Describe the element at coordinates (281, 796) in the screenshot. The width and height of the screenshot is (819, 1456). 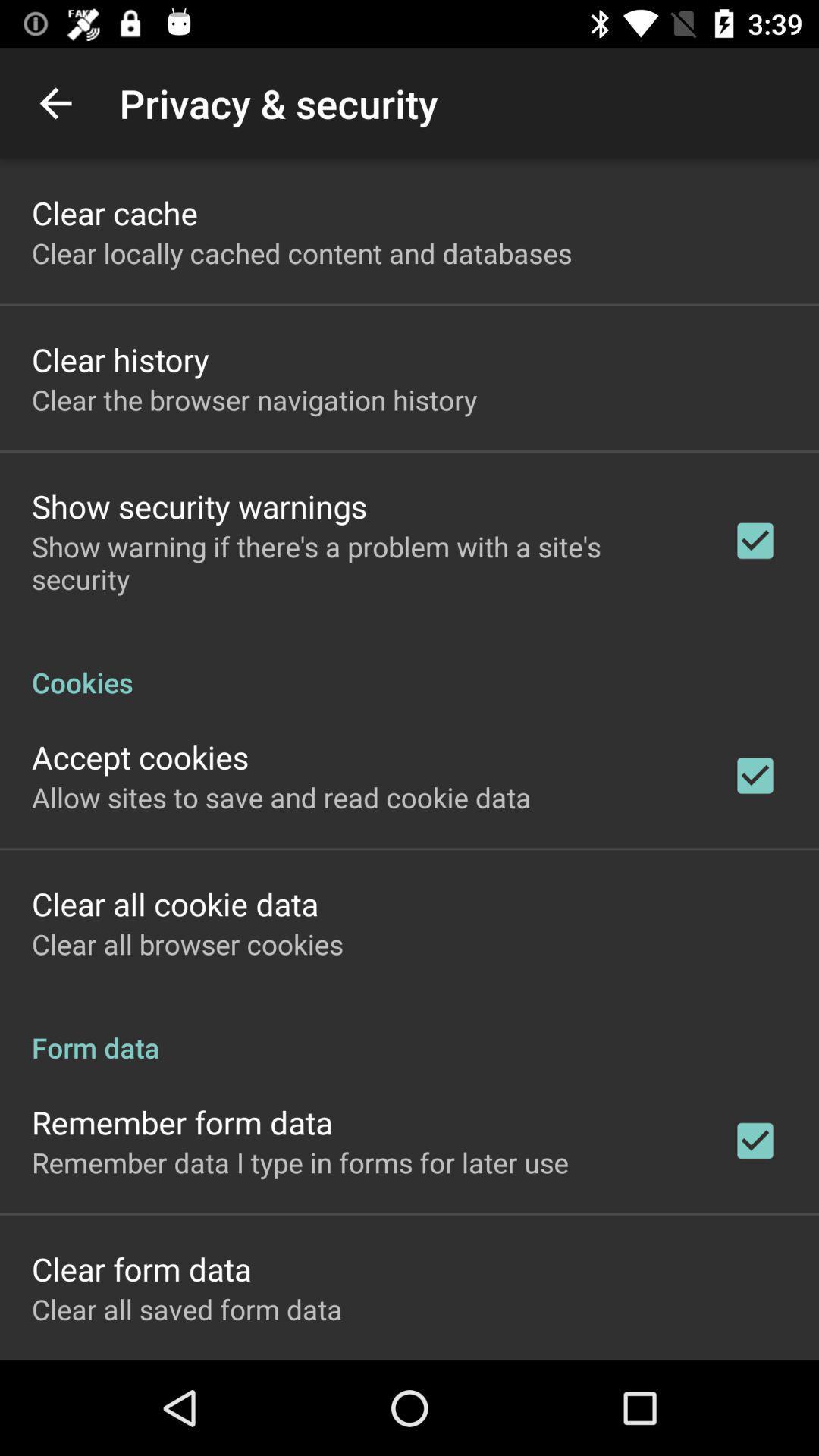
I see `the item below accept cookies` at that location.